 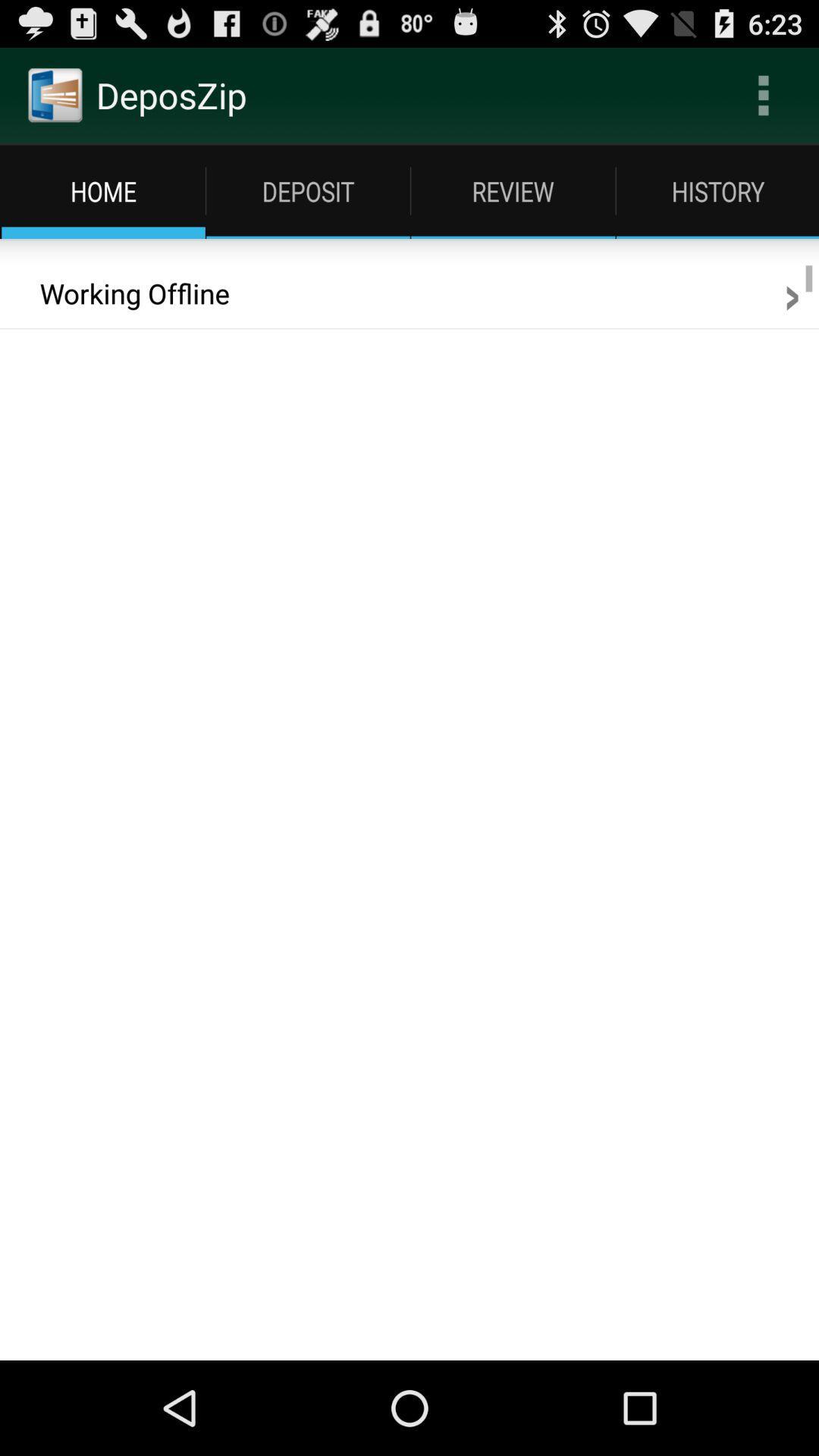 What do you see at coordinates (124, 293) in the screenshot?
I see `item next to the > app` at bounding box center [124, 293].